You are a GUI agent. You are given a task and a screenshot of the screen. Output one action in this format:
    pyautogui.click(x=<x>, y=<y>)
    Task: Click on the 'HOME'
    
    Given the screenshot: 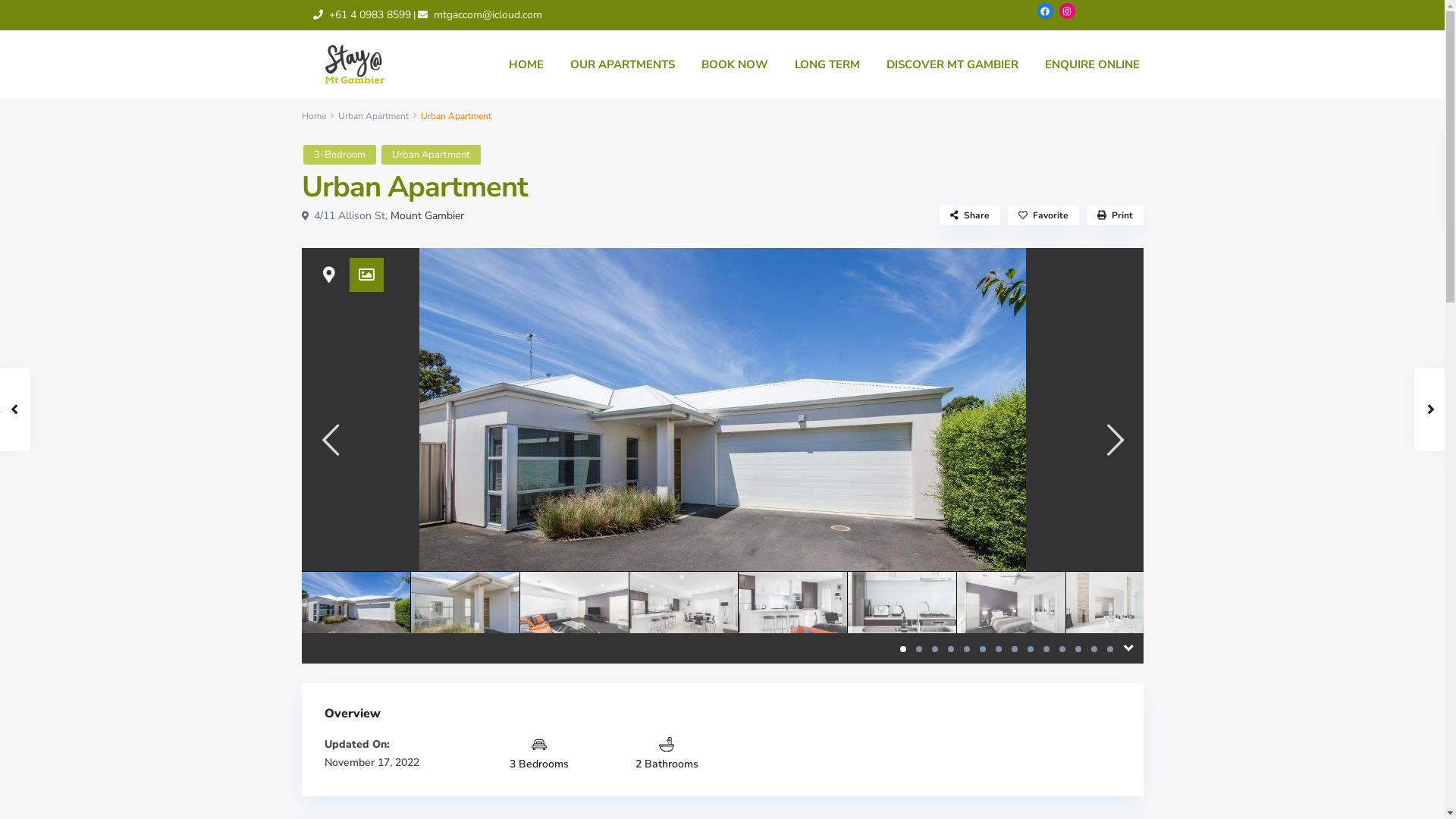 What is the action you would take?
    pyautogui.click(x=526, y=63)
    